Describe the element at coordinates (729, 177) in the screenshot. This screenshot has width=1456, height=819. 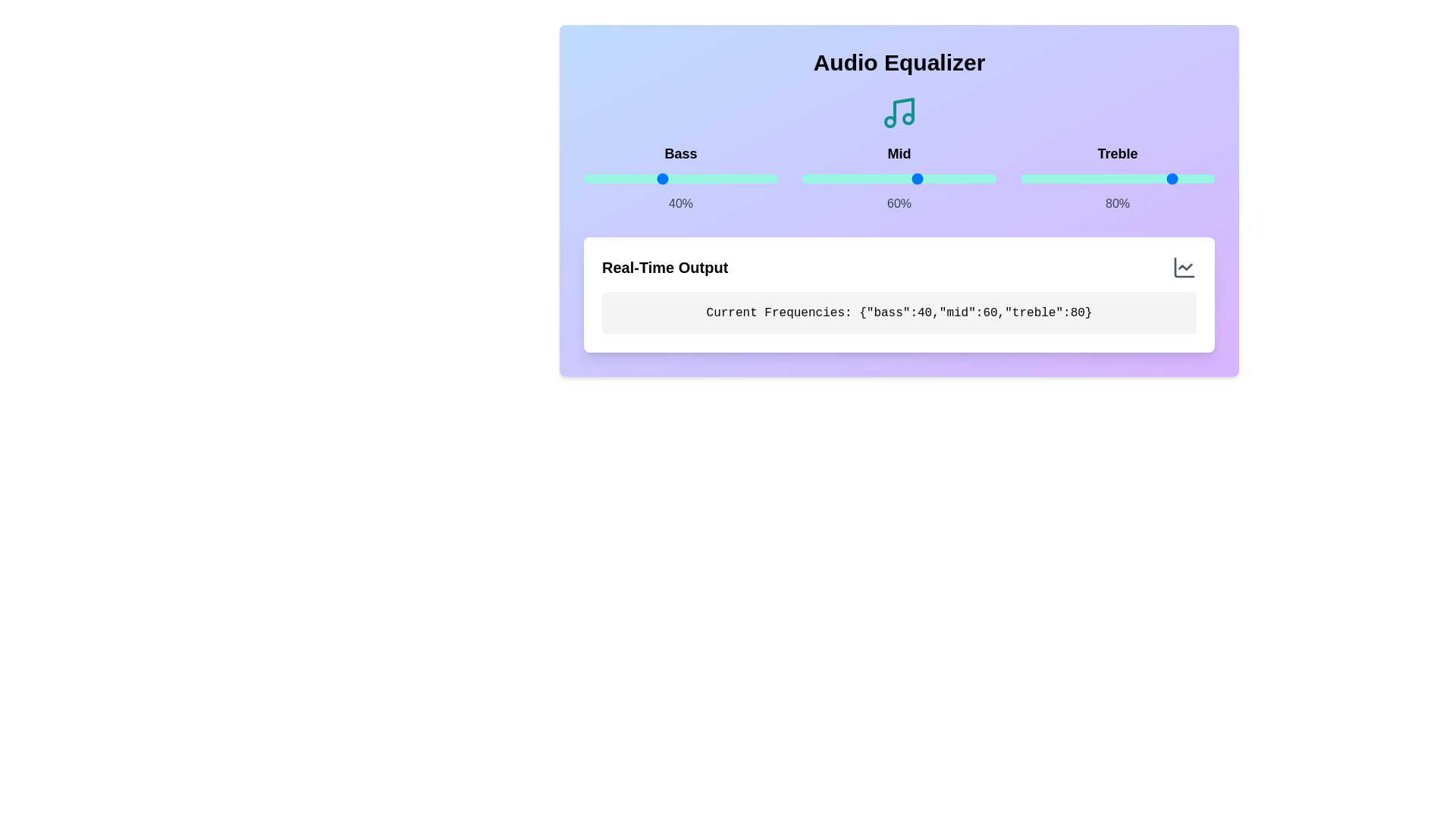
I see `bass level` at that location.